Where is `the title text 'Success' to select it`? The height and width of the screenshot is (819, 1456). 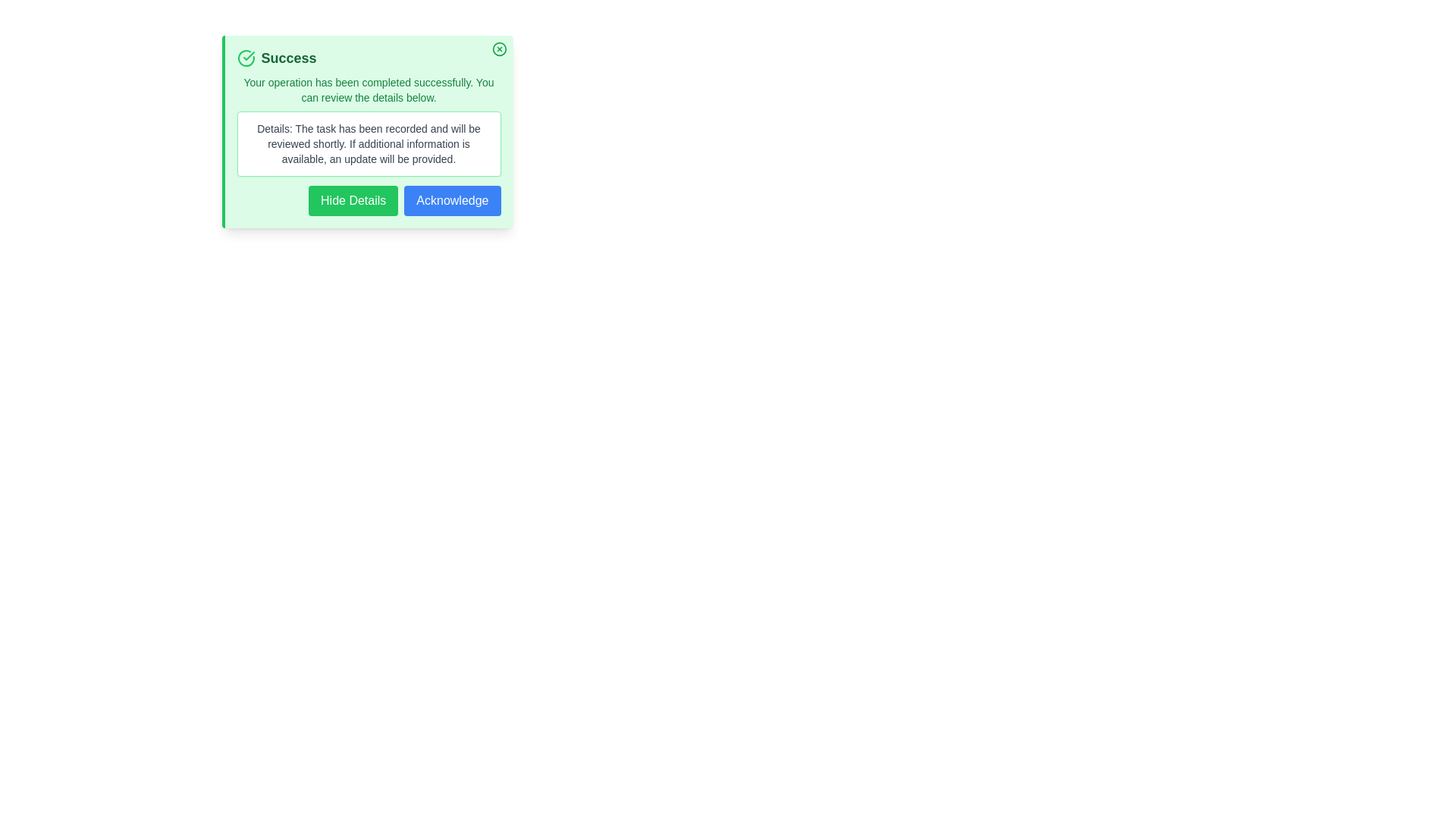
the title text 'Success' to select it is located at coordinates (369, 58).